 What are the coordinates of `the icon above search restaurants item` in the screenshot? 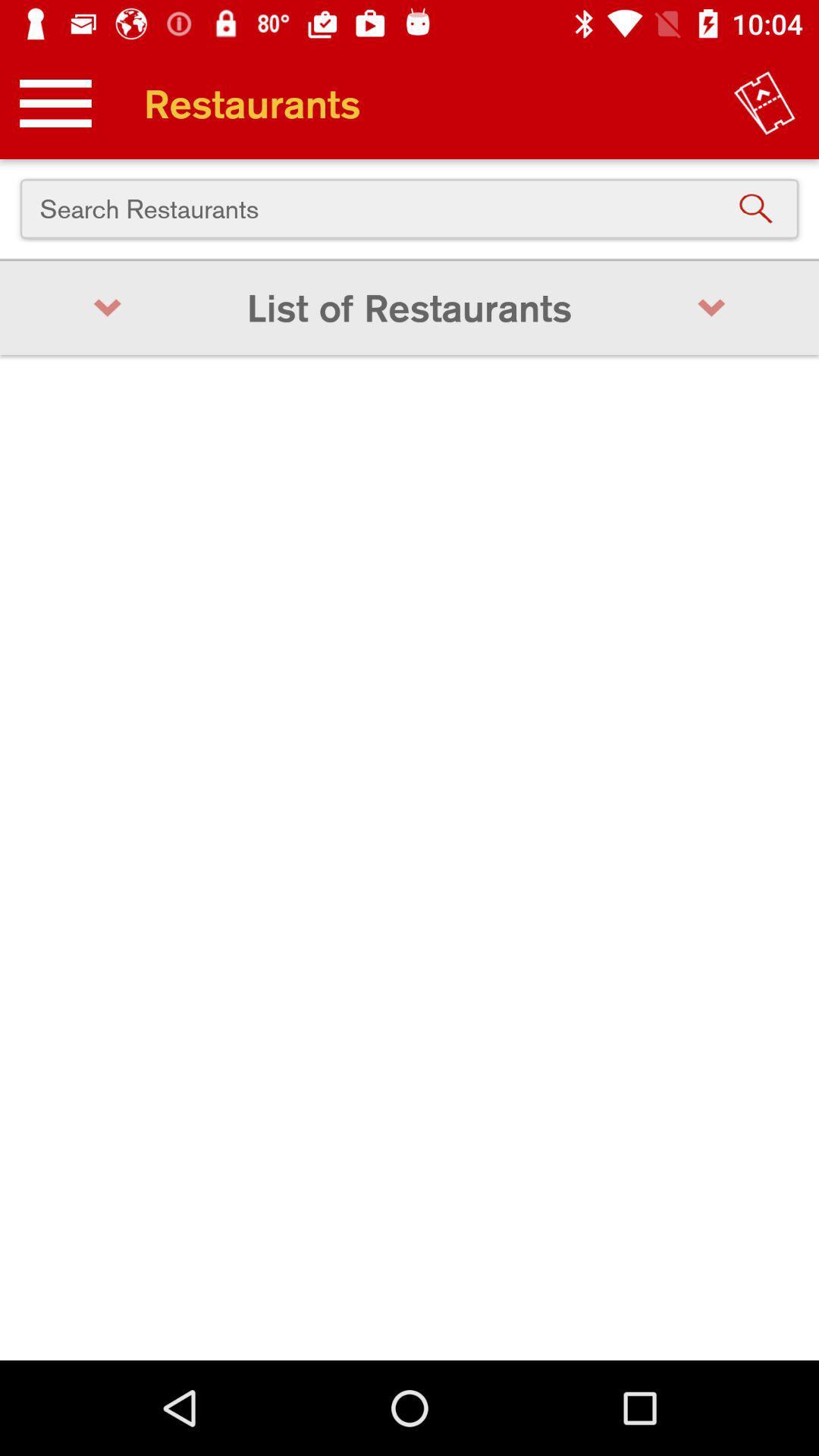 It's located at (764, 102).